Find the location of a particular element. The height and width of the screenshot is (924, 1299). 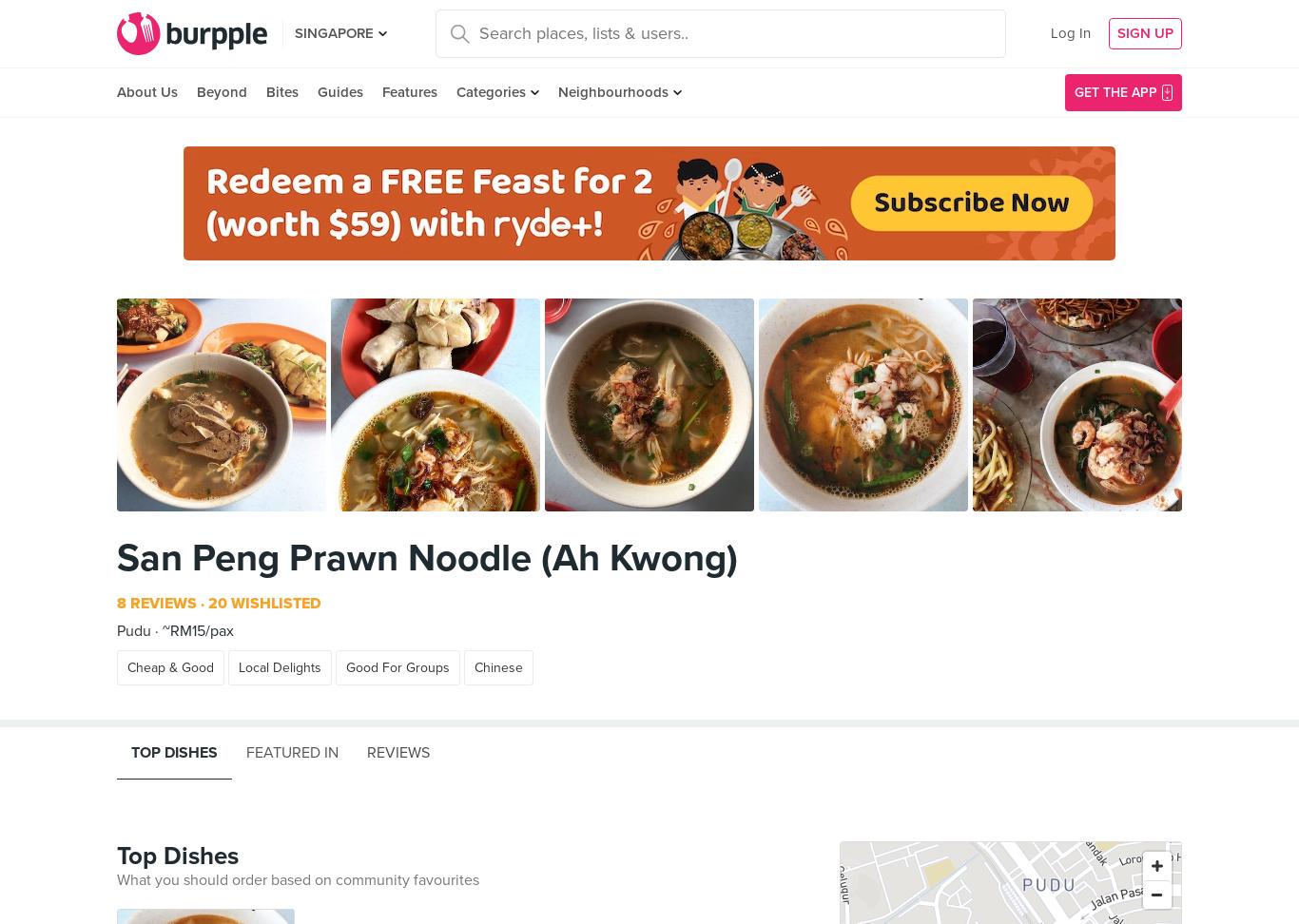

'20 Wishlisted' is located at coordinates (262, 604).